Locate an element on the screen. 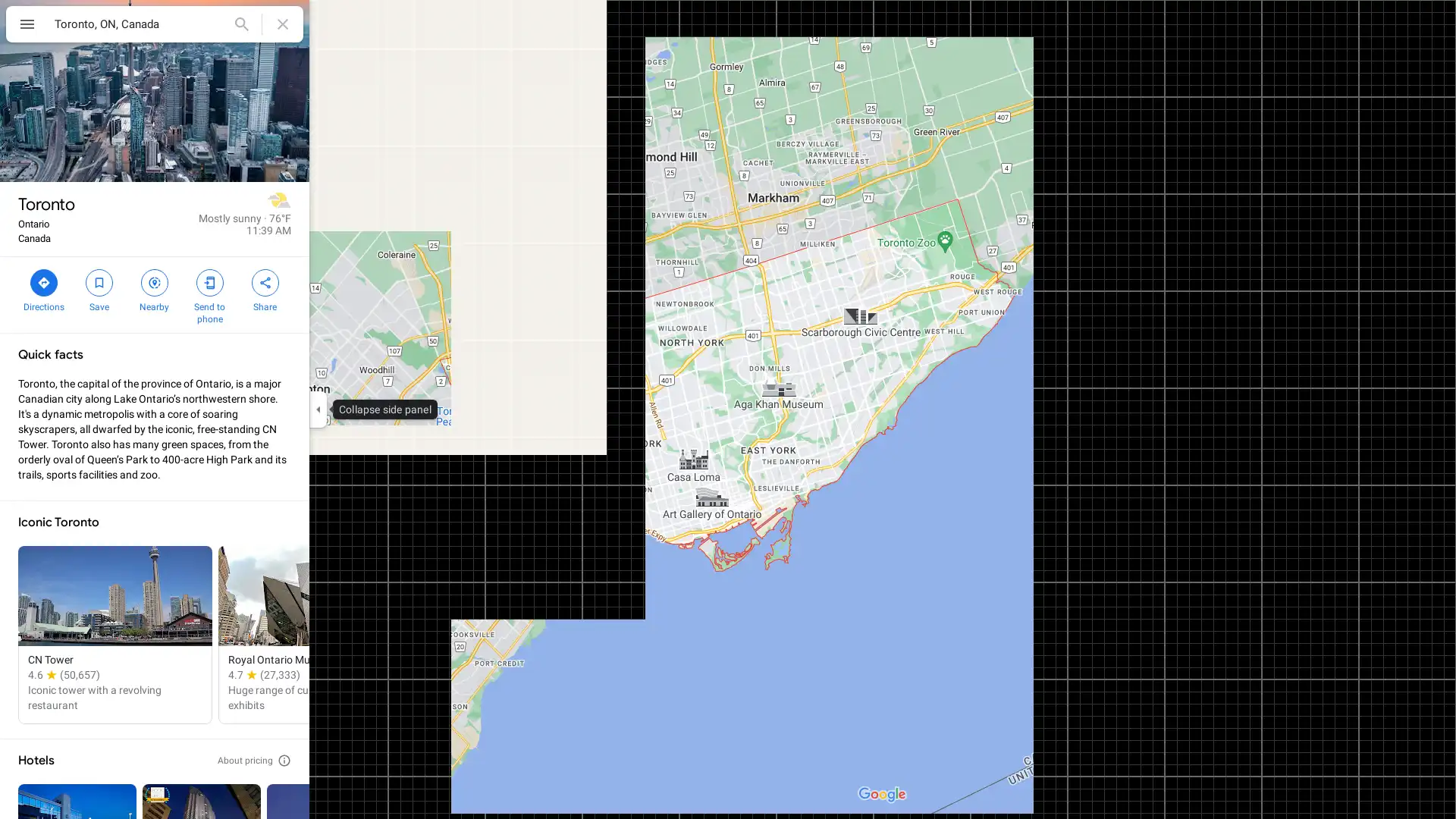  Search nearby Toronto is located at coordinates (154, 289).